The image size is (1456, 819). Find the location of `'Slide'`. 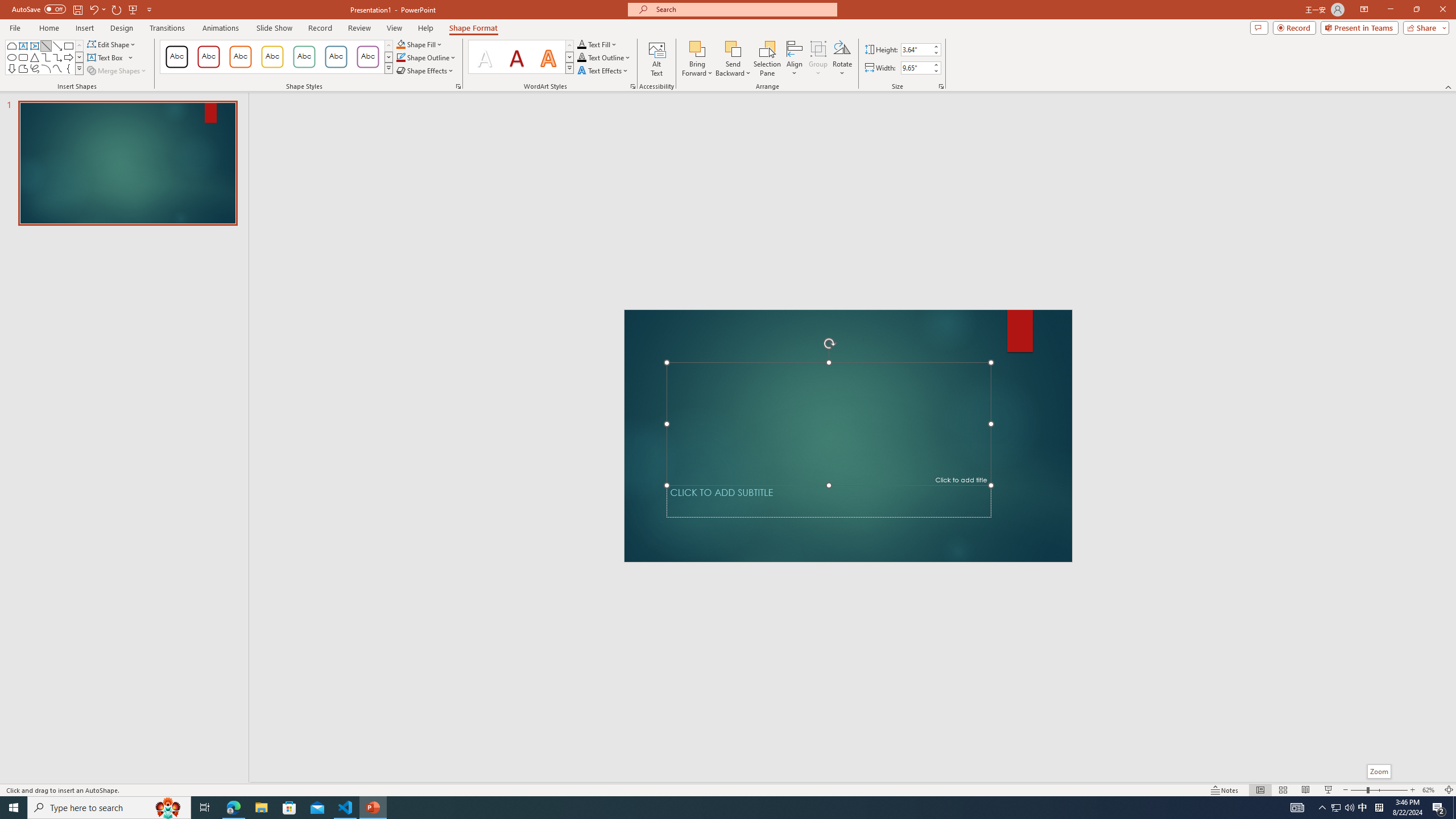

'Slide' is located at coordinates (127, 163).